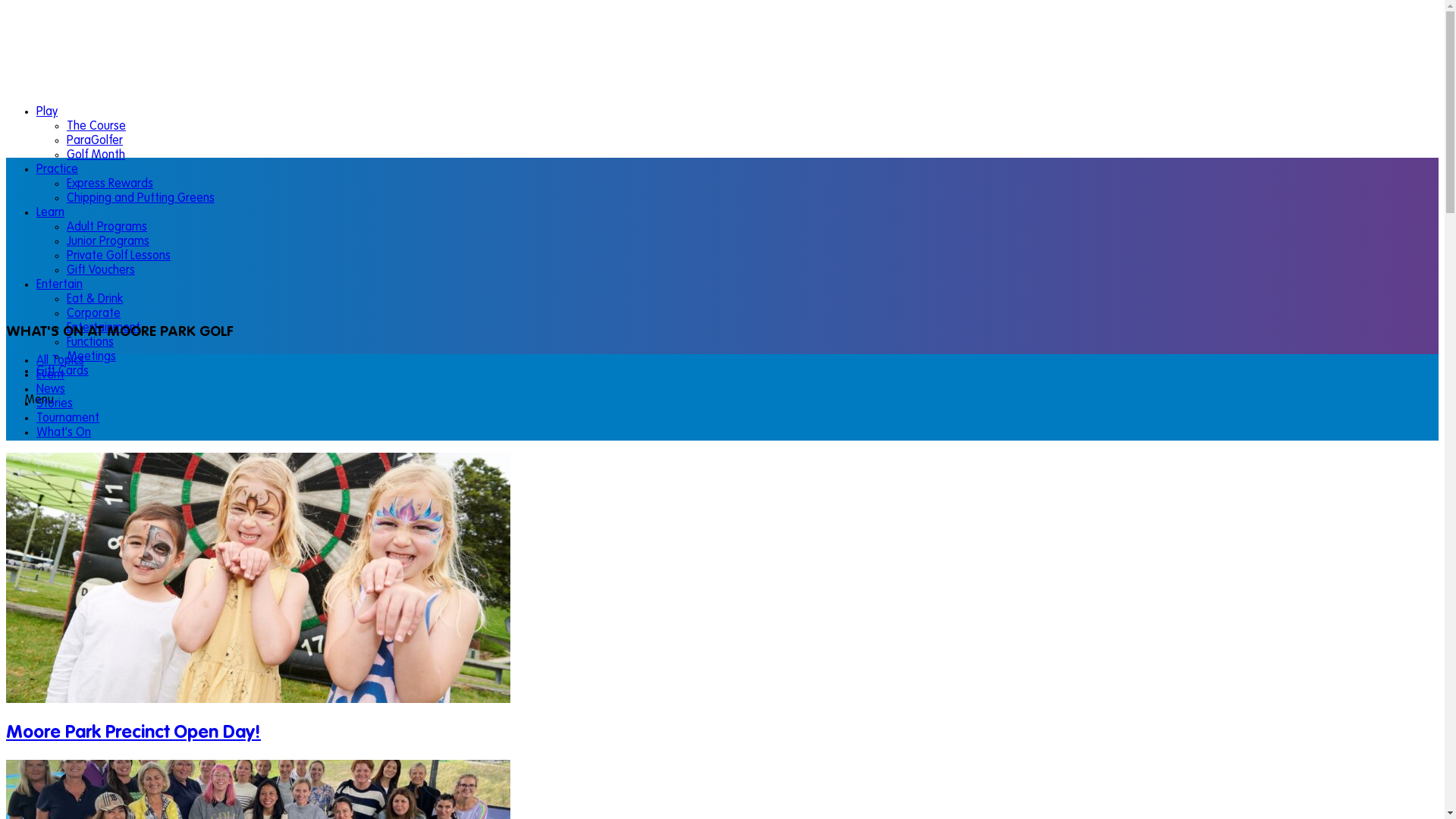 This screenshot has width=1456, height=819. What do you see at coordinates (65, 256) in the screenshot?
I see `'Private Golf Lessons'` at bounding box center [65, 256].